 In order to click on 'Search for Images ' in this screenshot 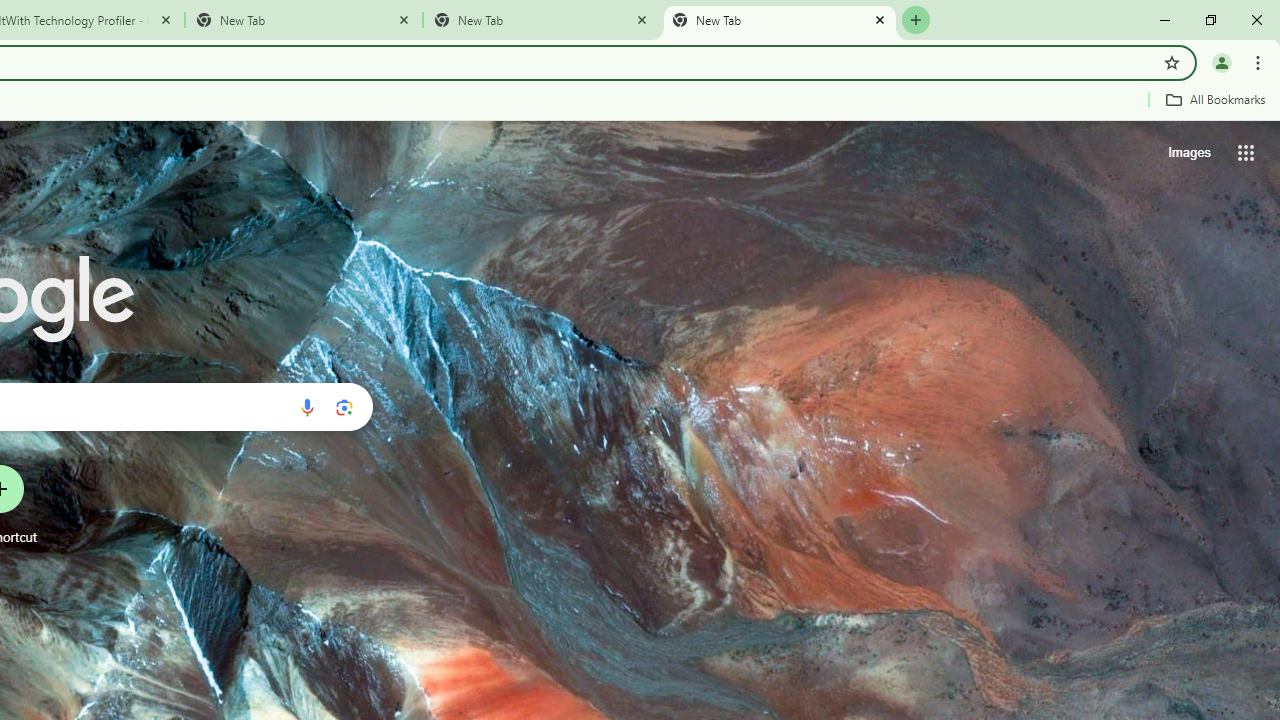, I will do `click(1189, 152)`.